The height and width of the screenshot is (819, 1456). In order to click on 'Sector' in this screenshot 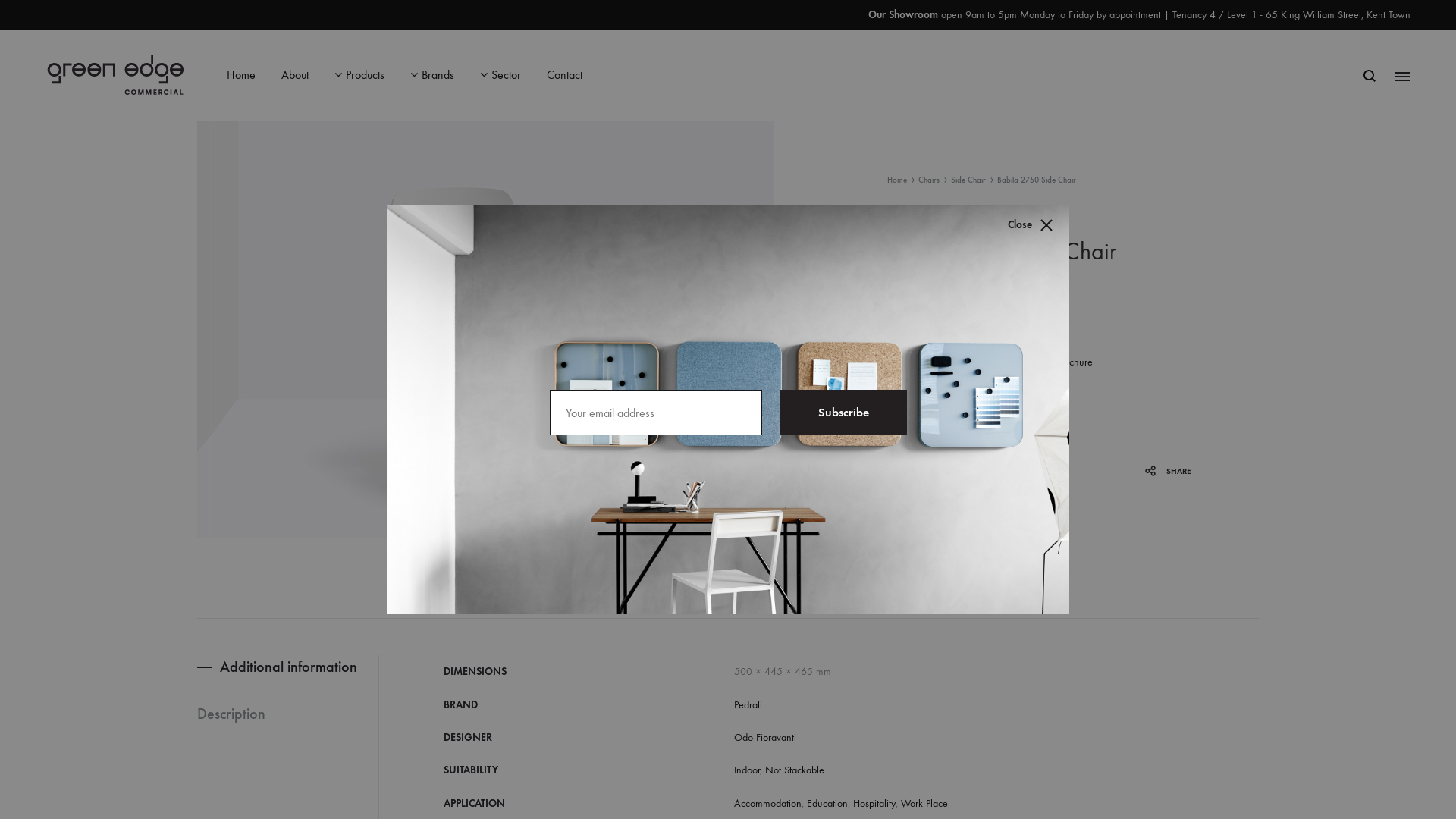, I will do `click(500, 75)`.